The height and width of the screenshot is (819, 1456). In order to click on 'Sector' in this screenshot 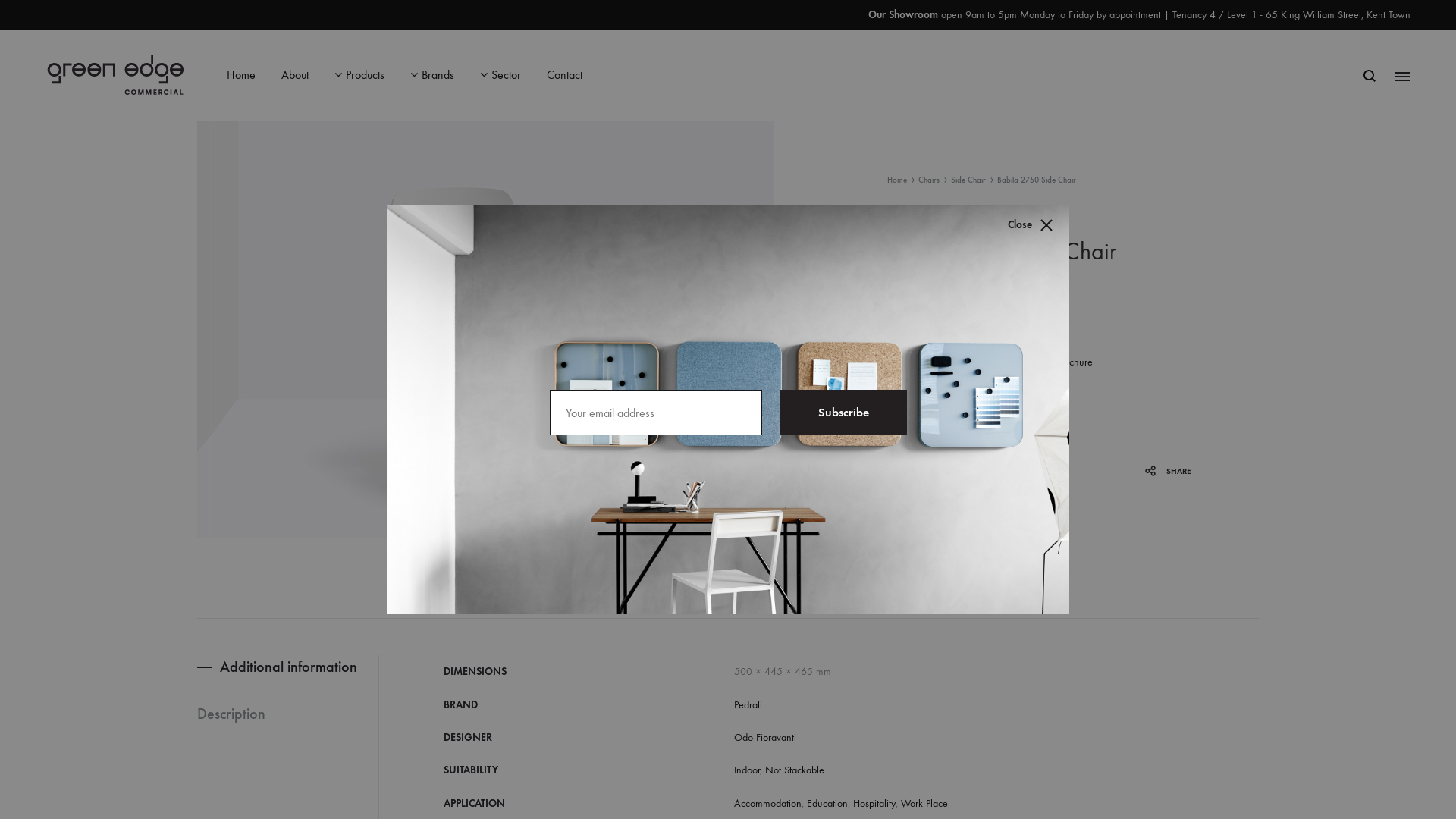, I will do `click(500, 75)`.